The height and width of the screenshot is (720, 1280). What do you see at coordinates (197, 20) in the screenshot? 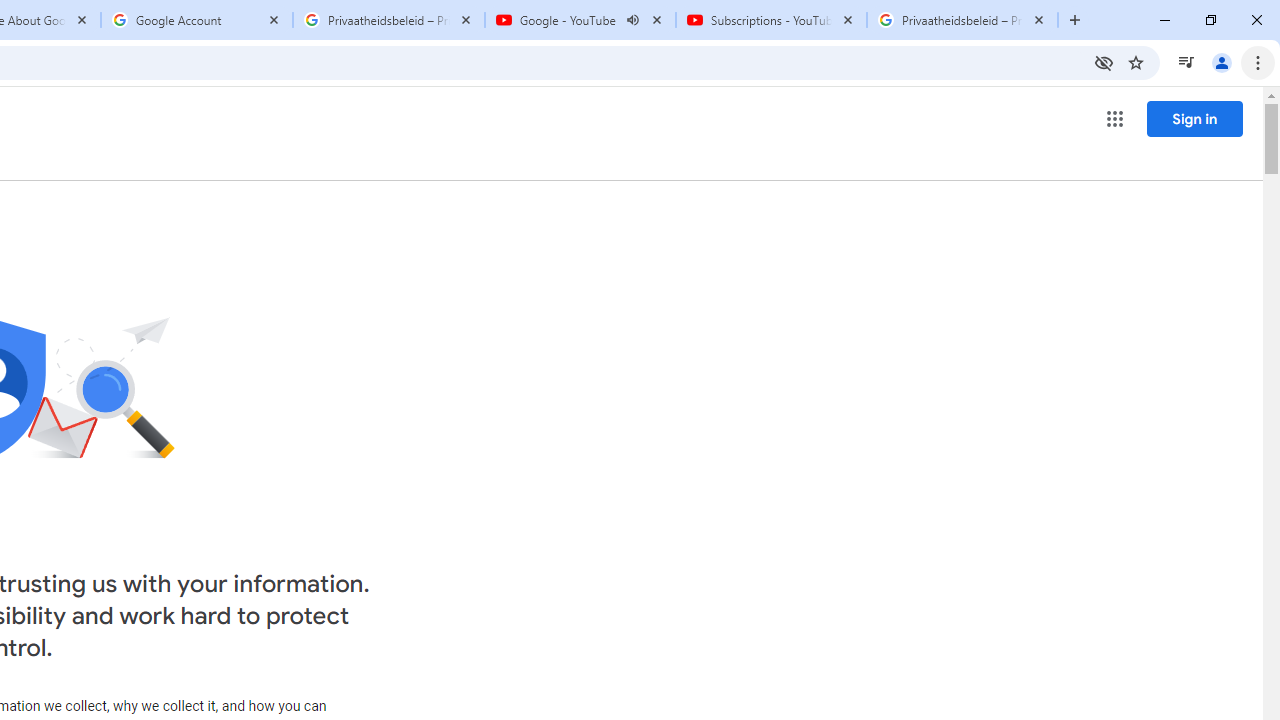
I see `'Google Account'` at bounding box center [197, 20].